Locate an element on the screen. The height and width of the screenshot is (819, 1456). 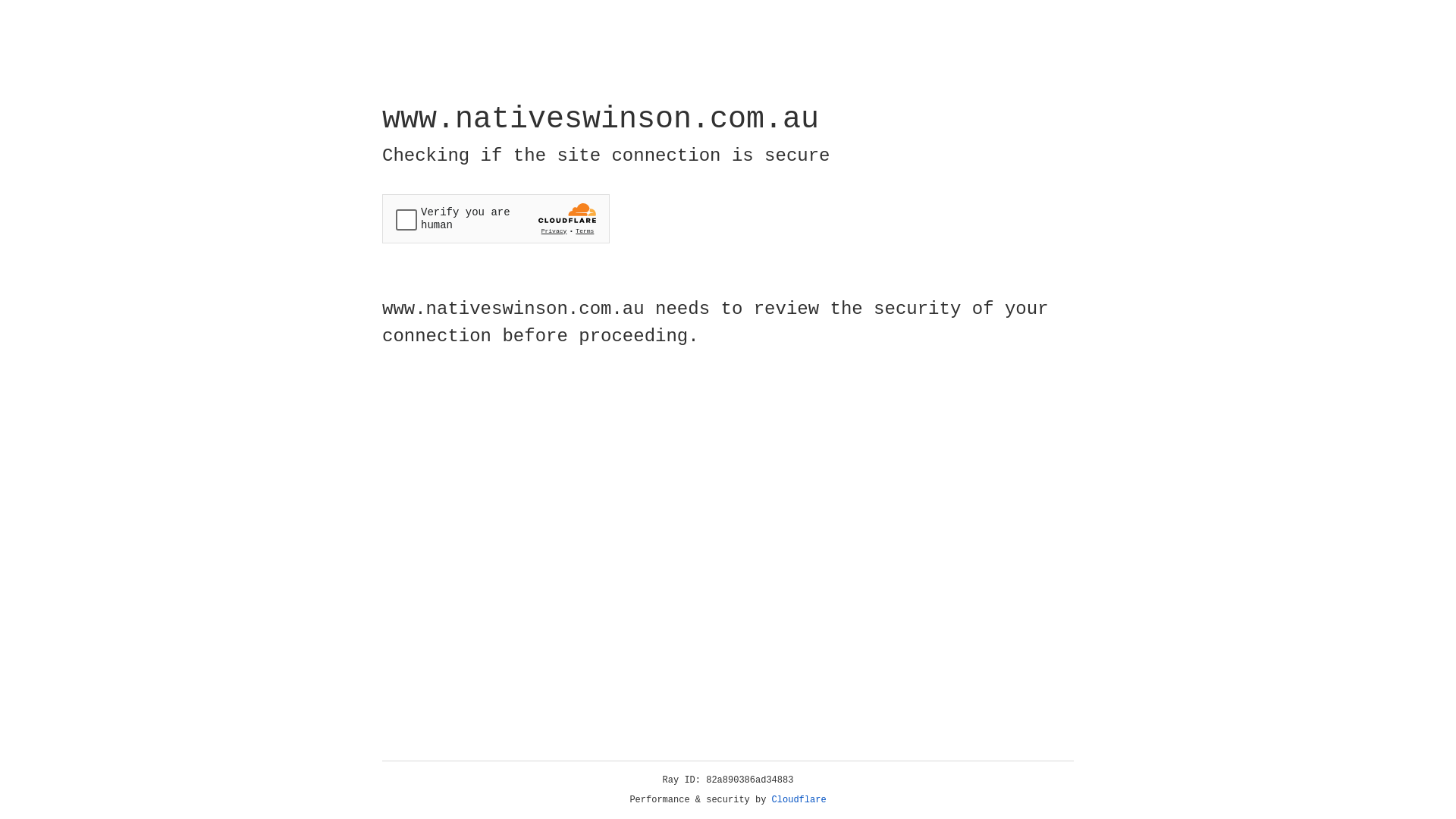
'Cloudflare' is located at coordinates (799, 799).